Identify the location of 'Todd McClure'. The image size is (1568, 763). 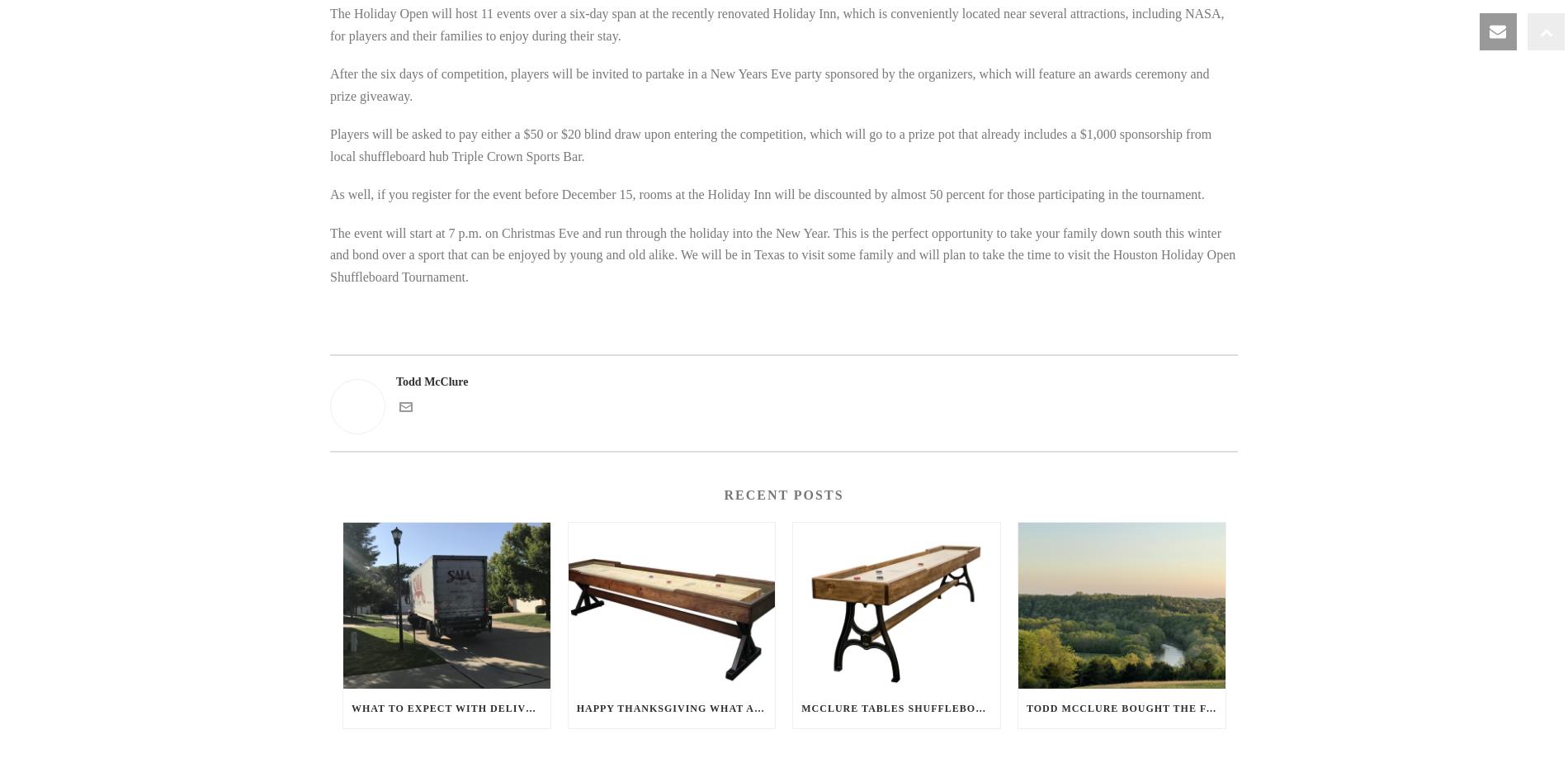
(432, 381).